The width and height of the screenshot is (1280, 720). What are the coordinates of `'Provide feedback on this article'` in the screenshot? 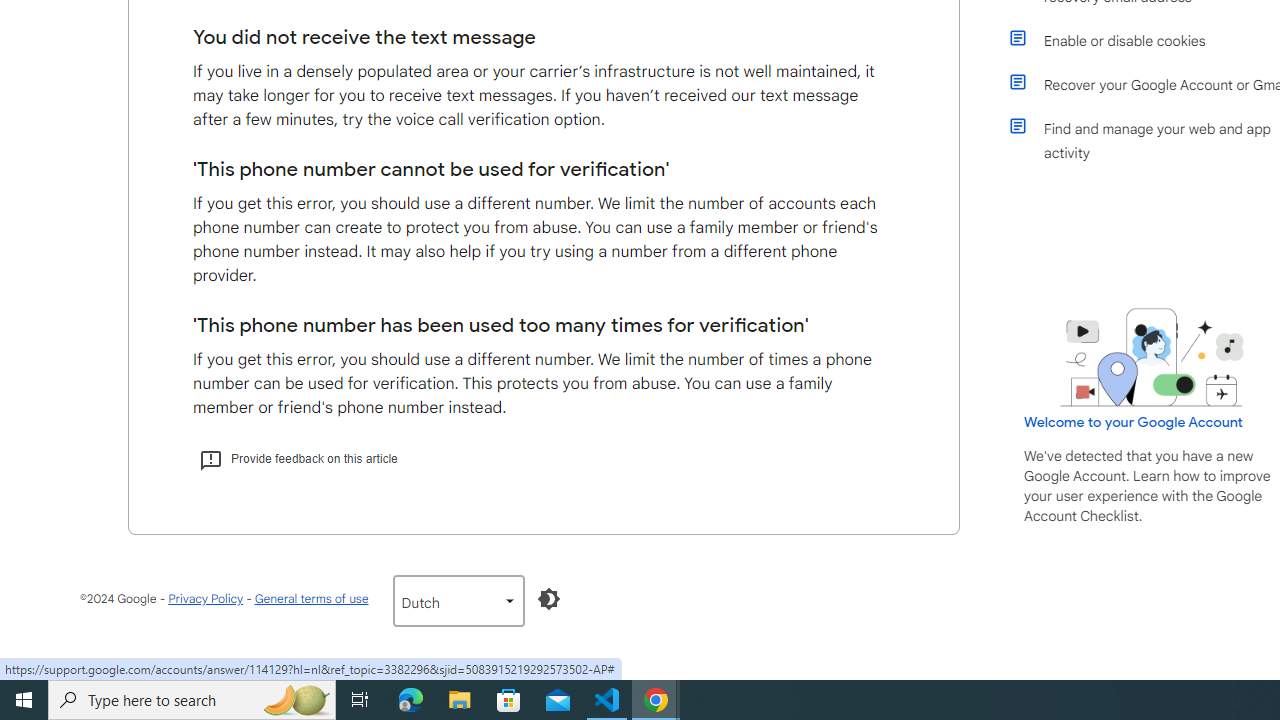 It's located at (297, 458).